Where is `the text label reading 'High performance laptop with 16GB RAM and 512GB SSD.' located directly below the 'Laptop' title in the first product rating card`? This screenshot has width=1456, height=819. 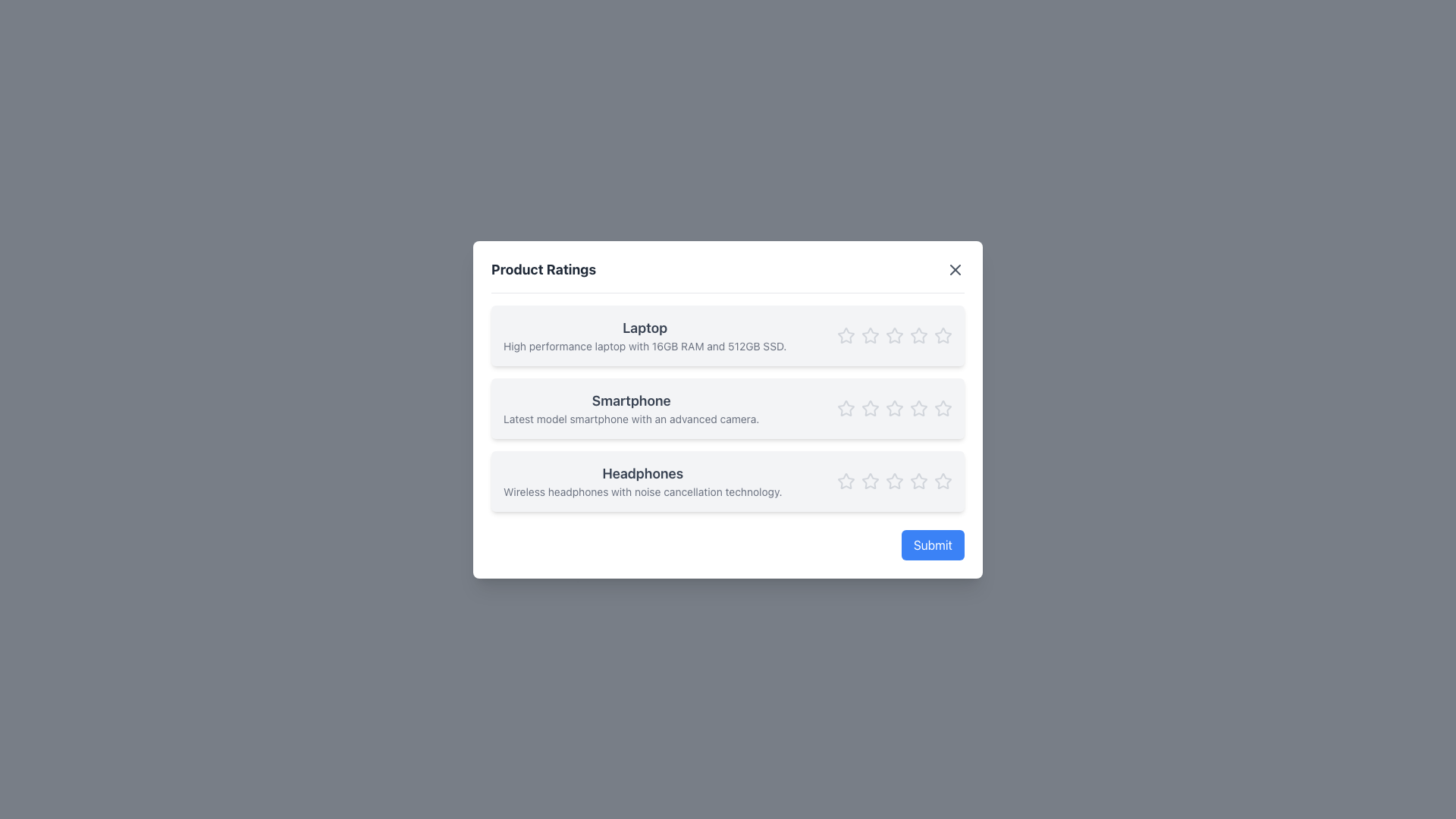
the text label reading 'High performance laptop with 16GB RAM and 512GB SSD.' located directly below the 'Laptop' title in the first product rating card is located at coordinates (645, 346).